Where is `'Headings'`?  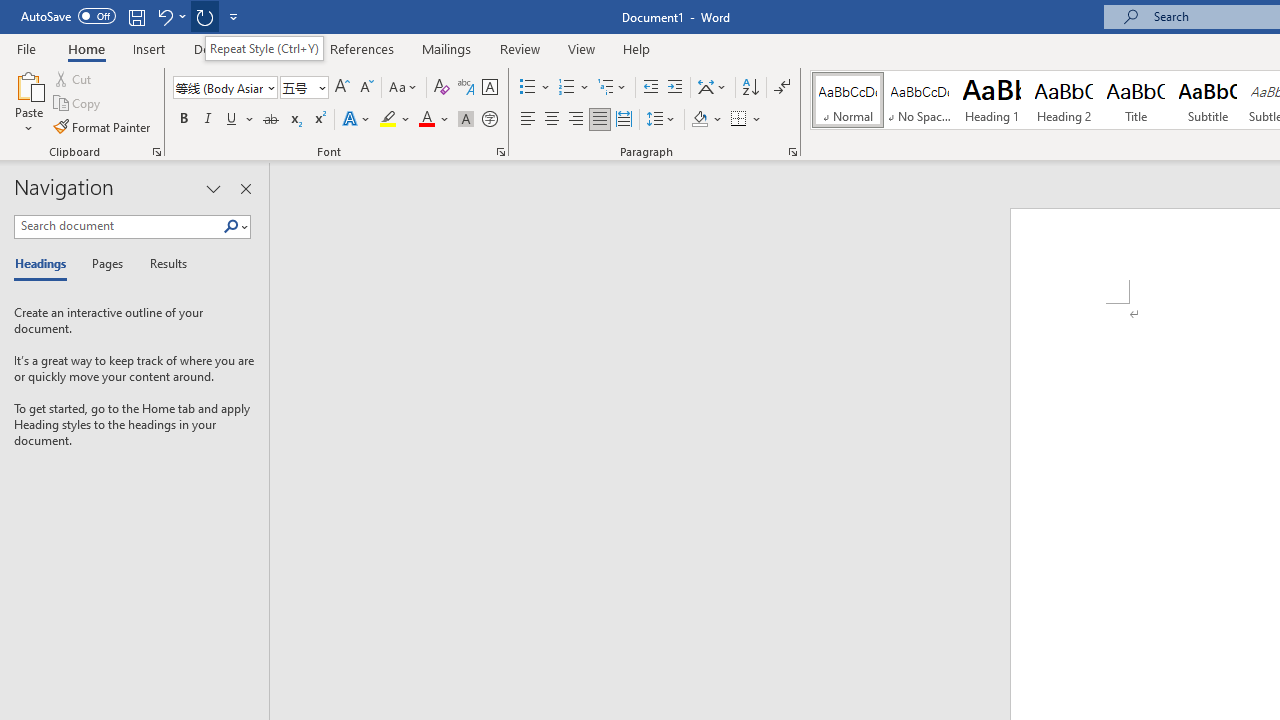
'Headings' is located at coordinates (45, 264).